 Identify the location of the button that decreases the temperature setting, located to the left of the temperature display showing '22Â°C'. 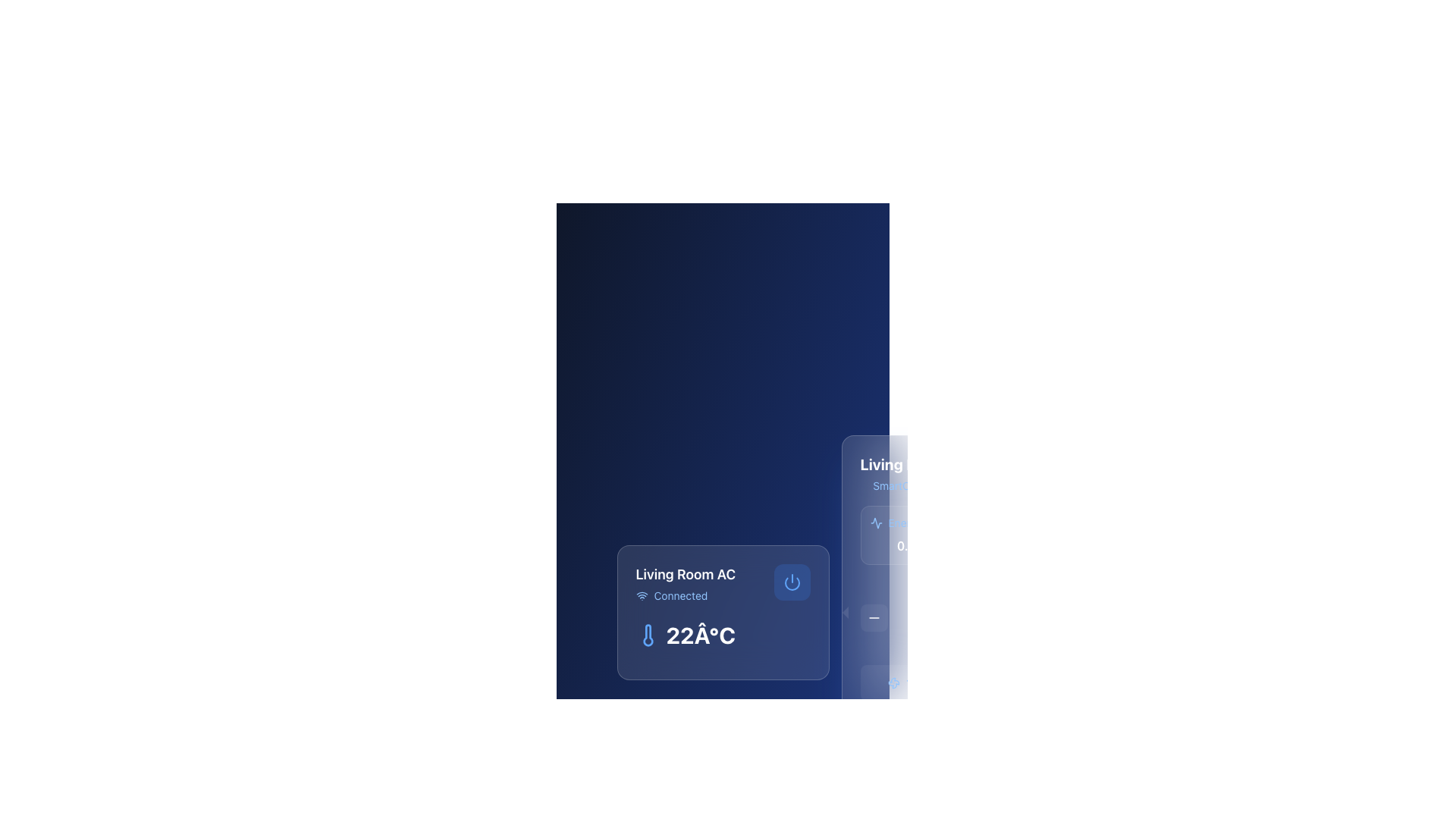
(985, 617).